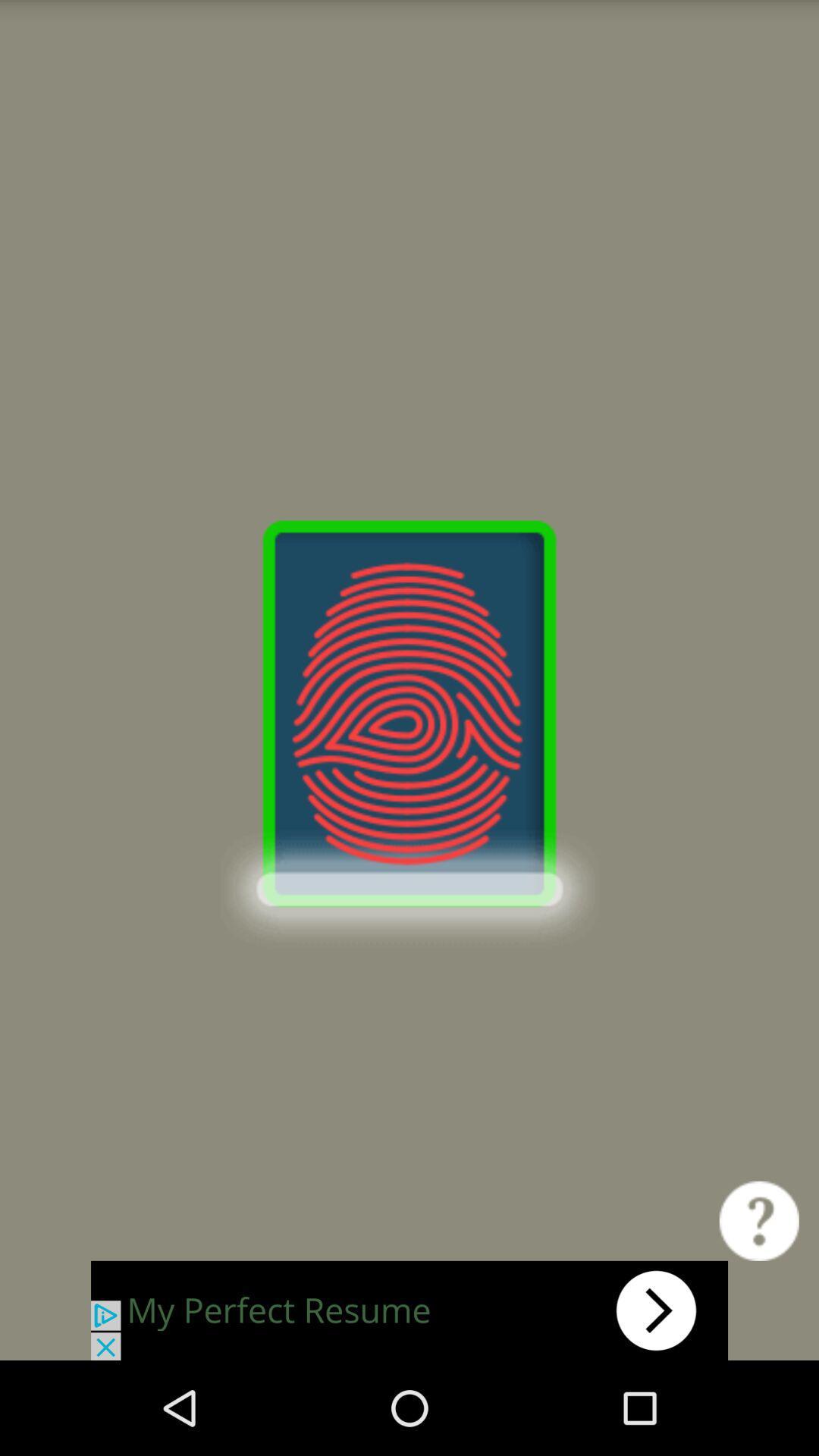 The width and height of the screenshot is (819, 1456). I want to click on see advertisement, so click(409, 1310).